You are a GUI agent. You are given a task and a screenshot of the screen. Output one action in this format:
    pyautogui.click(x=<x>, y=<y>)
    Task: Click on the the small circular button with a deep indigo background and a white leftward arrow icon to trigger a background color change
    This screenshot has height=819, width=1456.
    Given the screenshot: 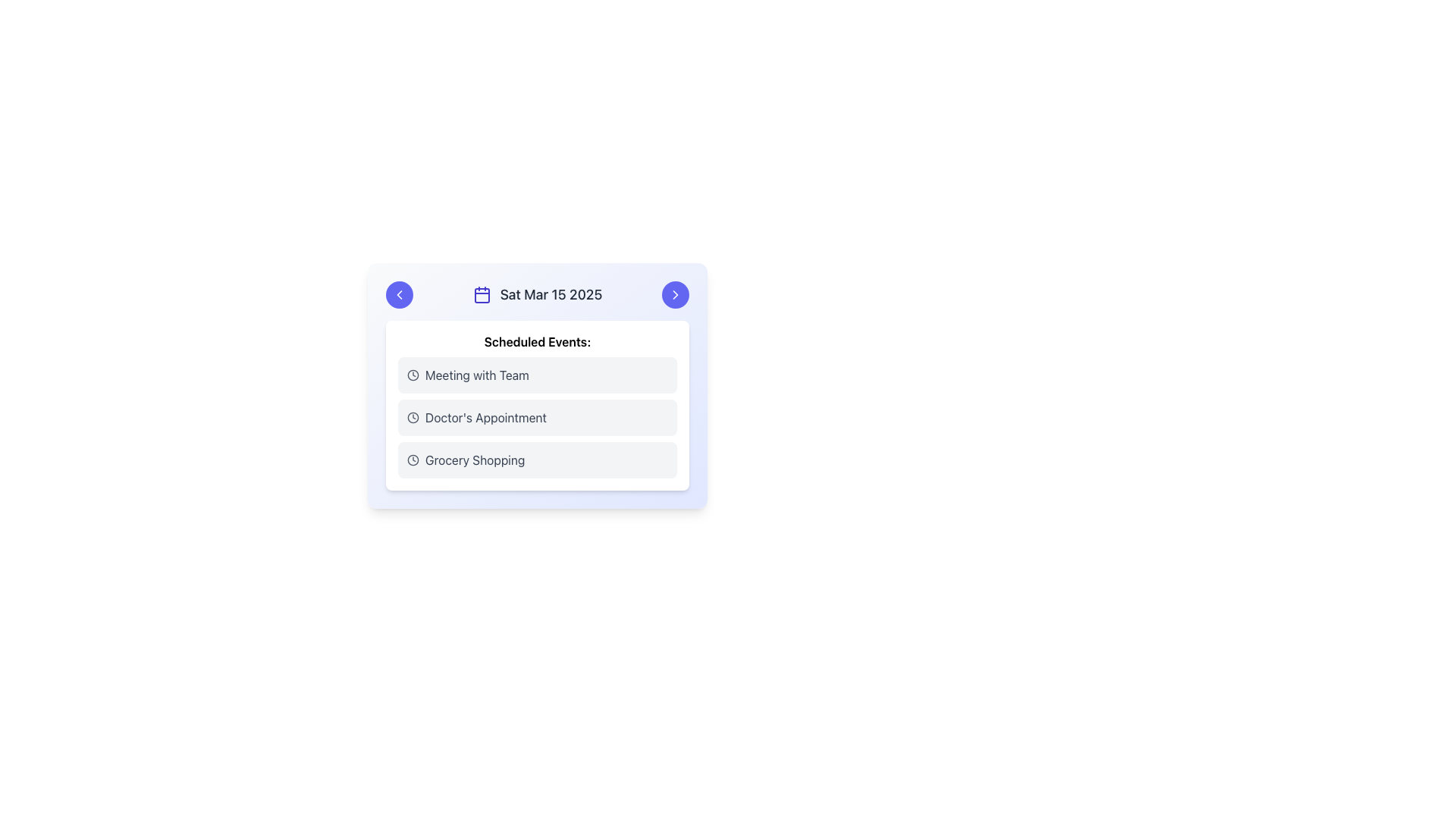 What is the action you would take?
    pyautogui.click(x=400, y=295)
    